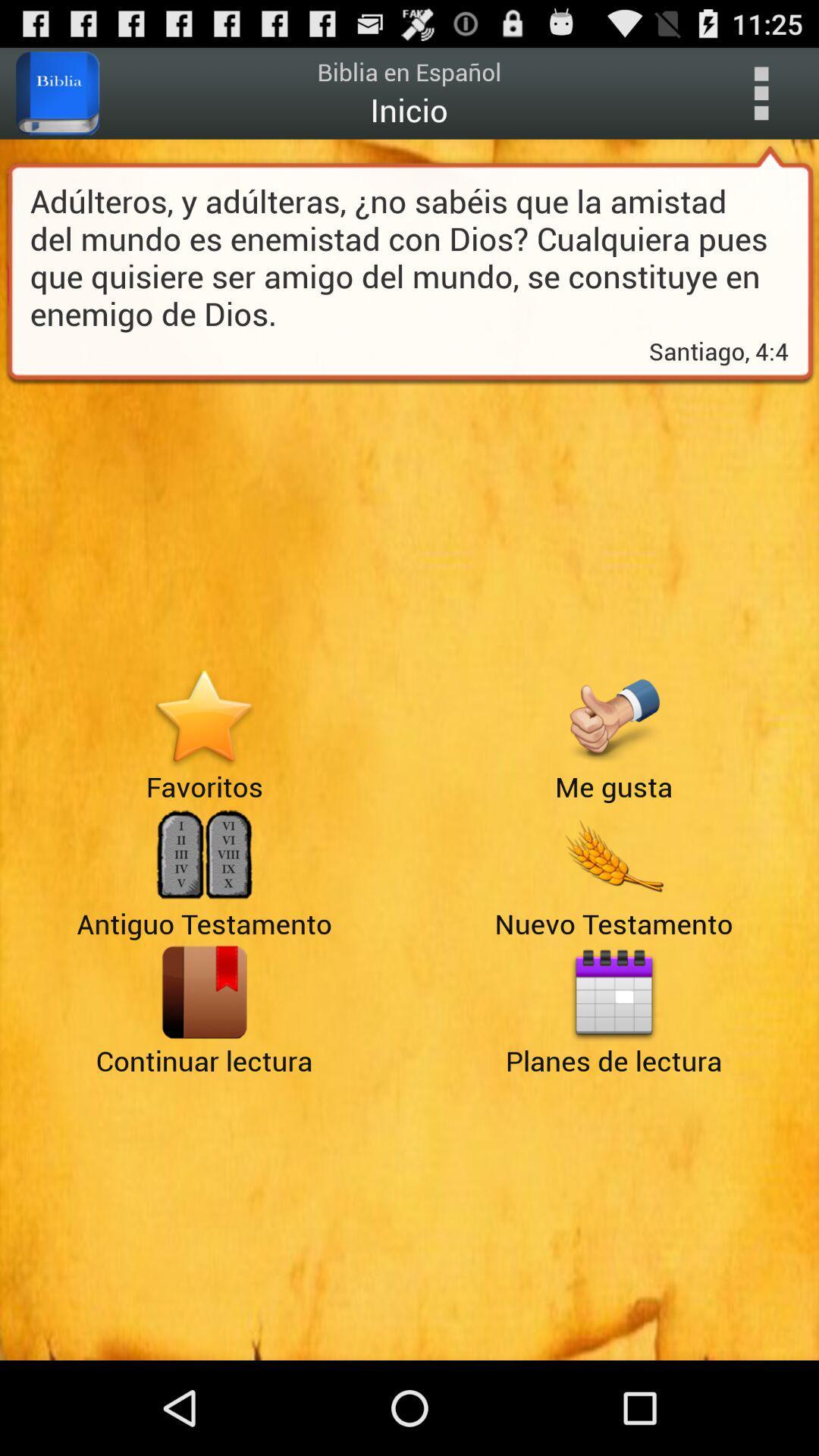 This screenshot has width=819, height=1456. What do you see at coordinates (203, 992) in the screenshot?
I see `app next to nuevo testamento icon` at bounding box center [203, 992].